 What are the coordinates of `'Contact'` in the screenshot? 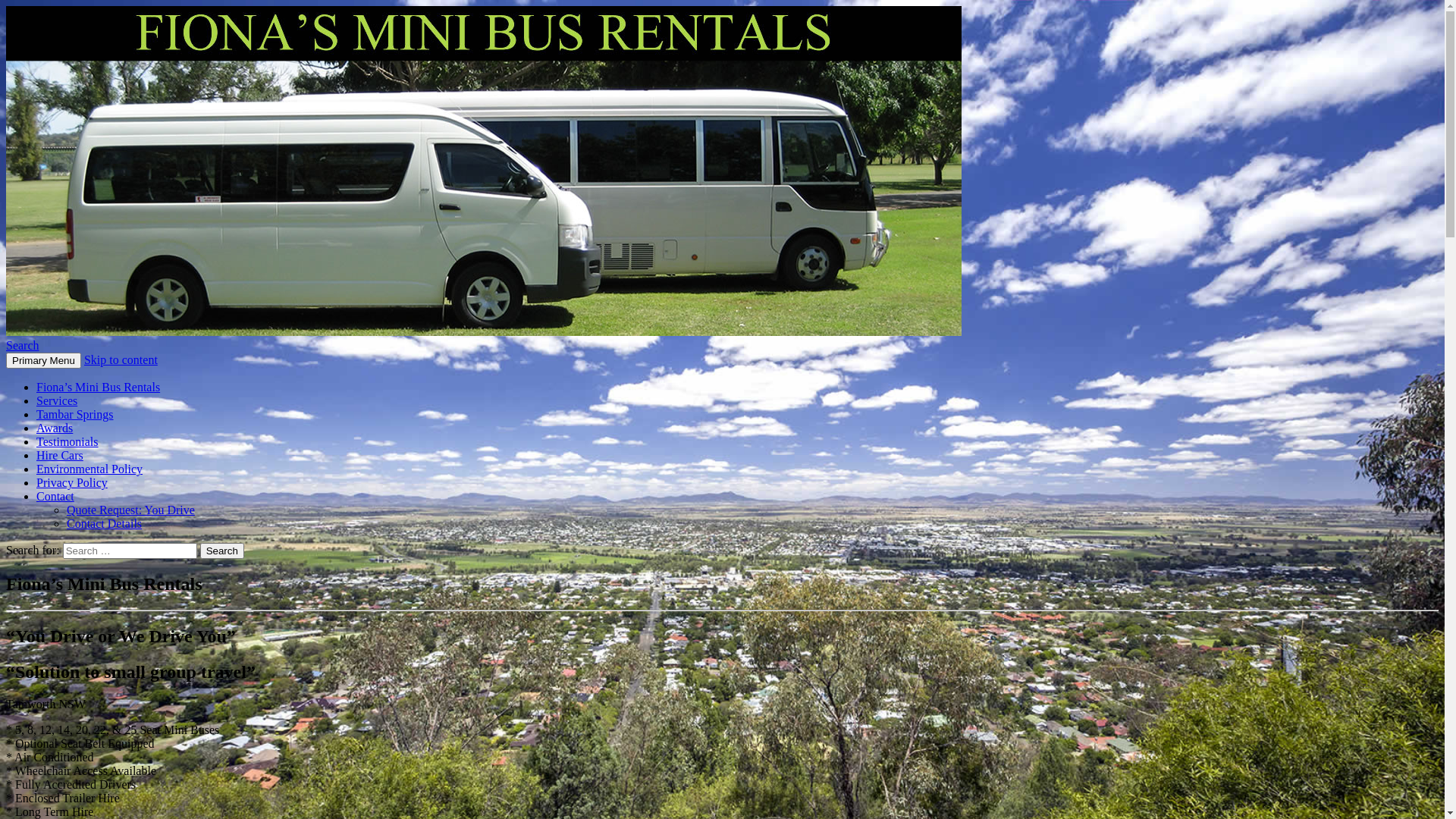 It's located at (55, 496).